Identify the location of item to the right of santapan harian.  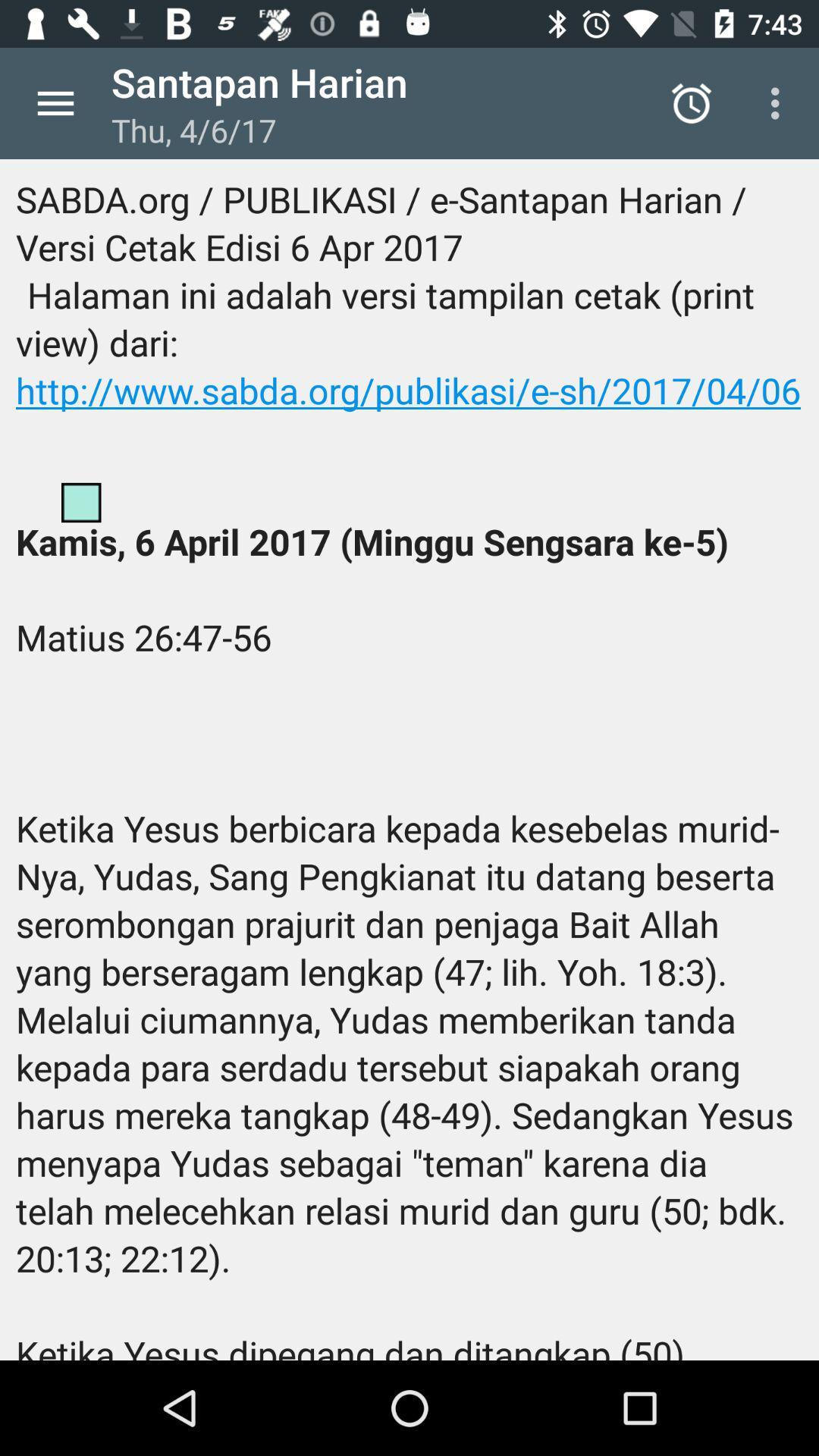
(691, 102).